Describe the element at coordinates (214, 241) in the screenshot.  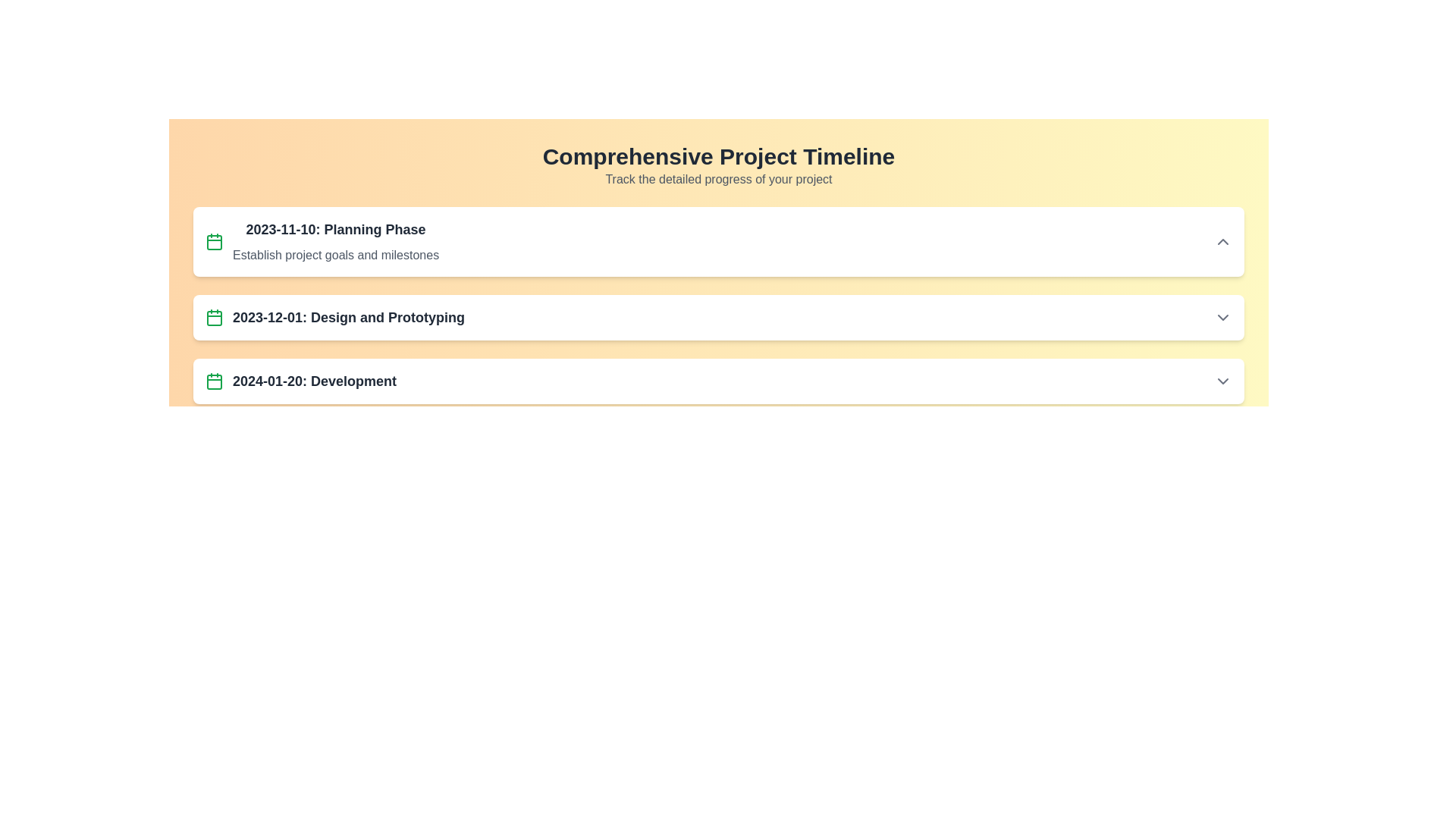
I see `the calendar icon with a green outline located to the left of the text '2023-11-10: Planning Phase' in the project milestones list` at that location.